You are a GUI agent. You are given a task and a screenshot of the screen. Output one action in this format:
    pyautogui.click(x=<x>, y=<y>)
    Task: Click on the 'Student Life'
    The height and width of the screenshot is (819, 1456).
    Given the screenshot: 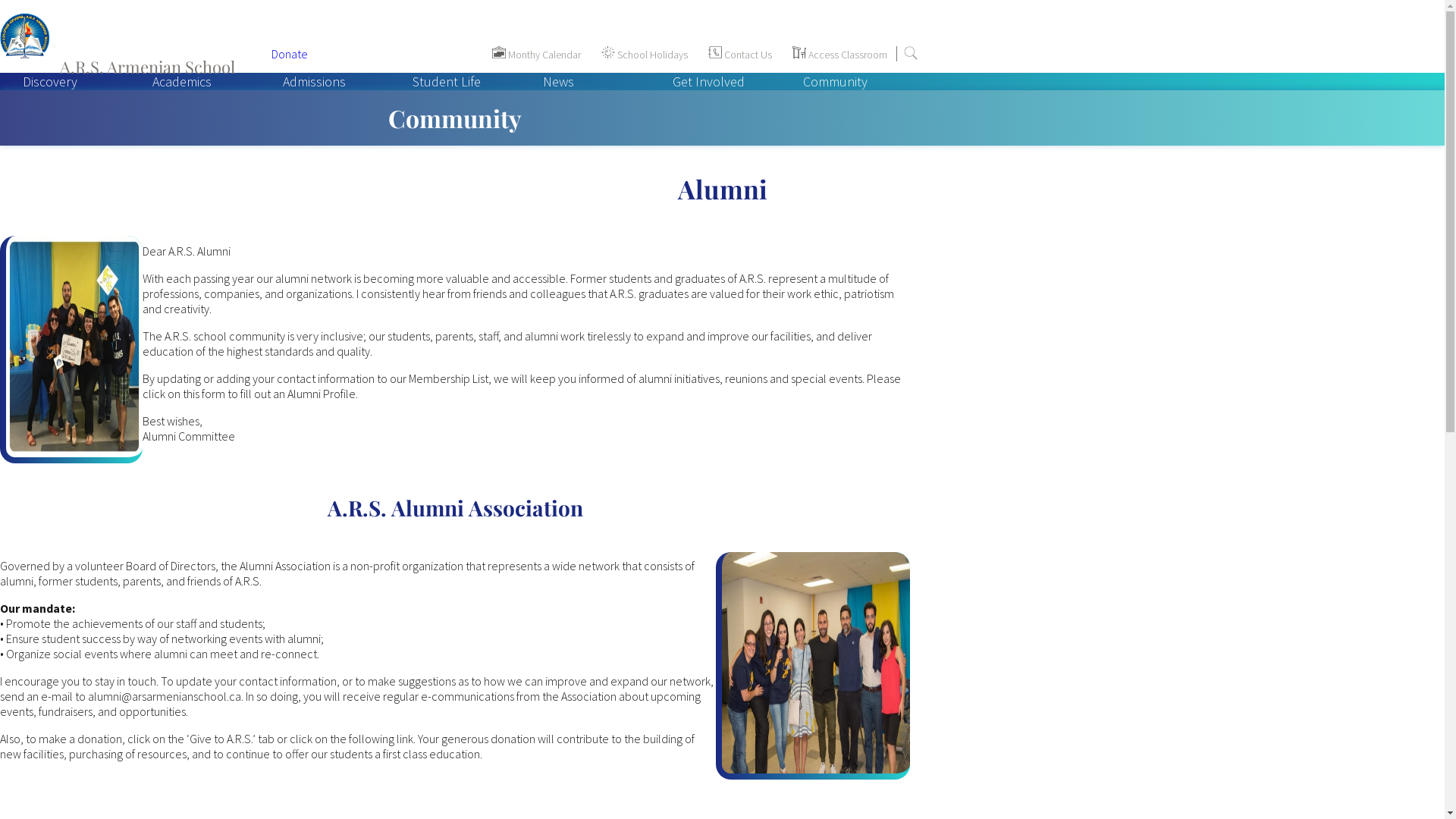 What is the action you would take?
    pyautogui.click(x=446, y=81)
    